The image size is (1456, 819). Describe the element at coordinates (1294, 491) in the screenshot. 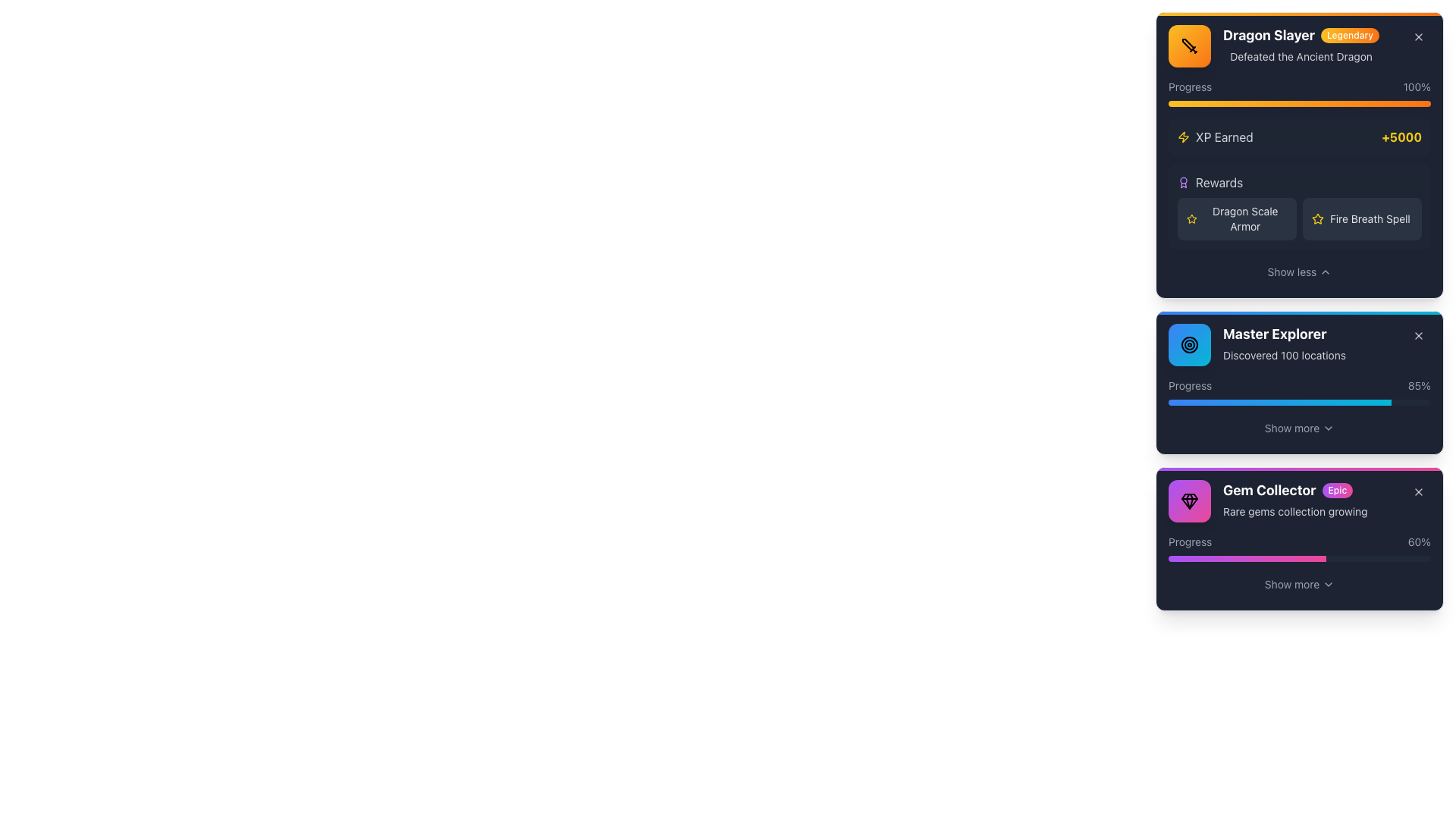

I see `the 'Gem Collector' text label with the 'Epic' badge by moving the cursor to its center point` at that location.